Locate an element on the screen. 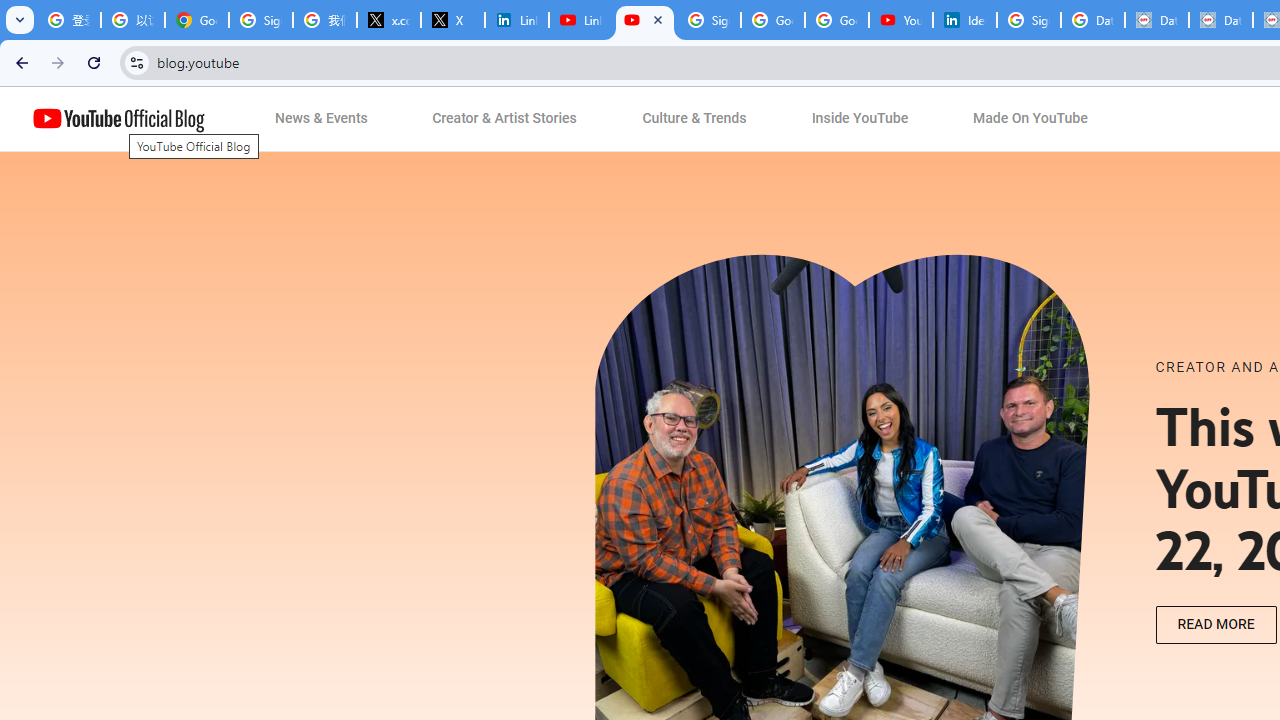 The image size is (1280, 720). 'News & Events' is located at coordinates (321, 119).